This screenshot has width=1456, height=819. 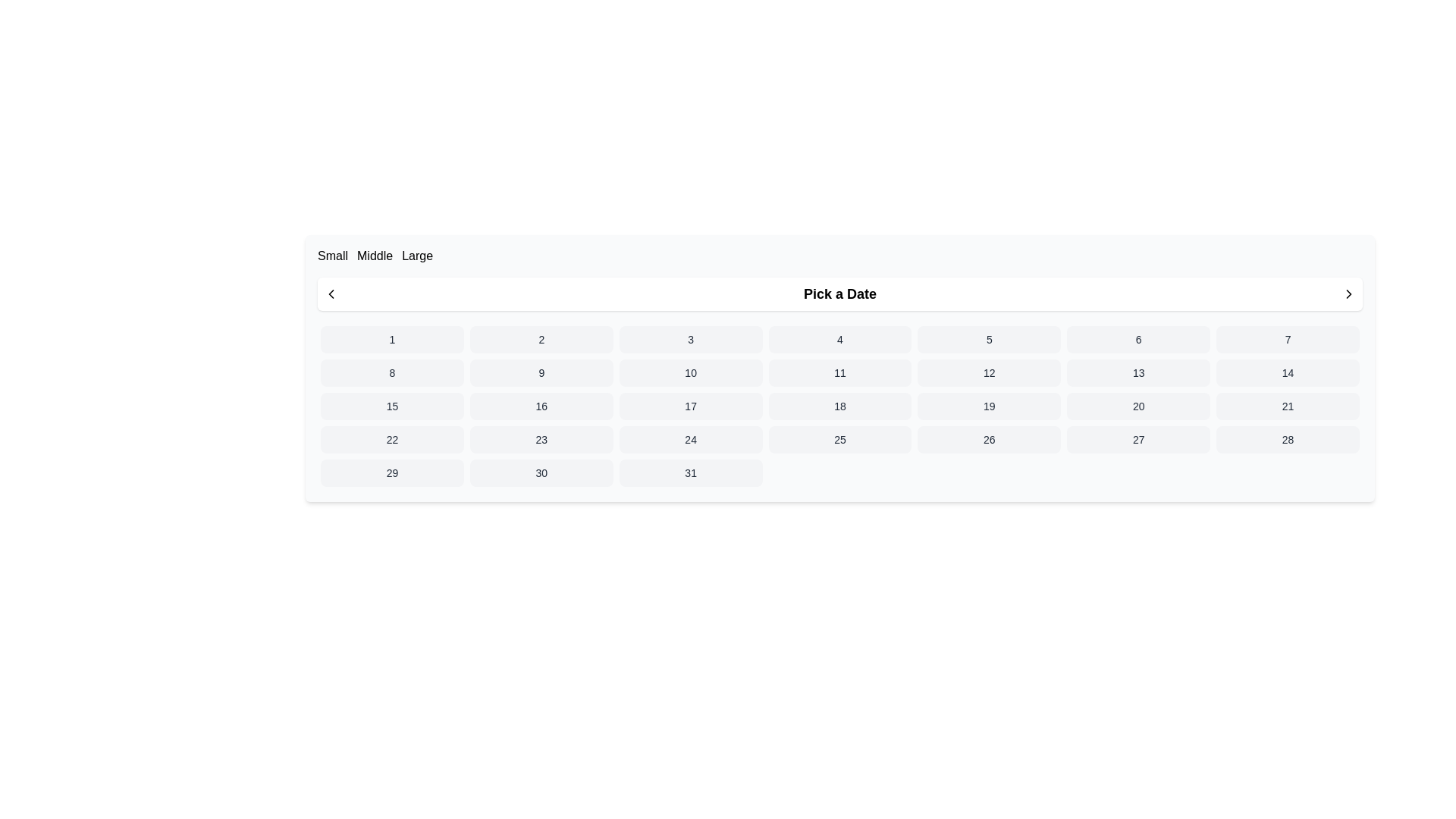 What do you see at coordinates (1138, 338) in the screenshot?
I see `the button representing the 6th day in the calendar` at bounding box center [1138, 338].